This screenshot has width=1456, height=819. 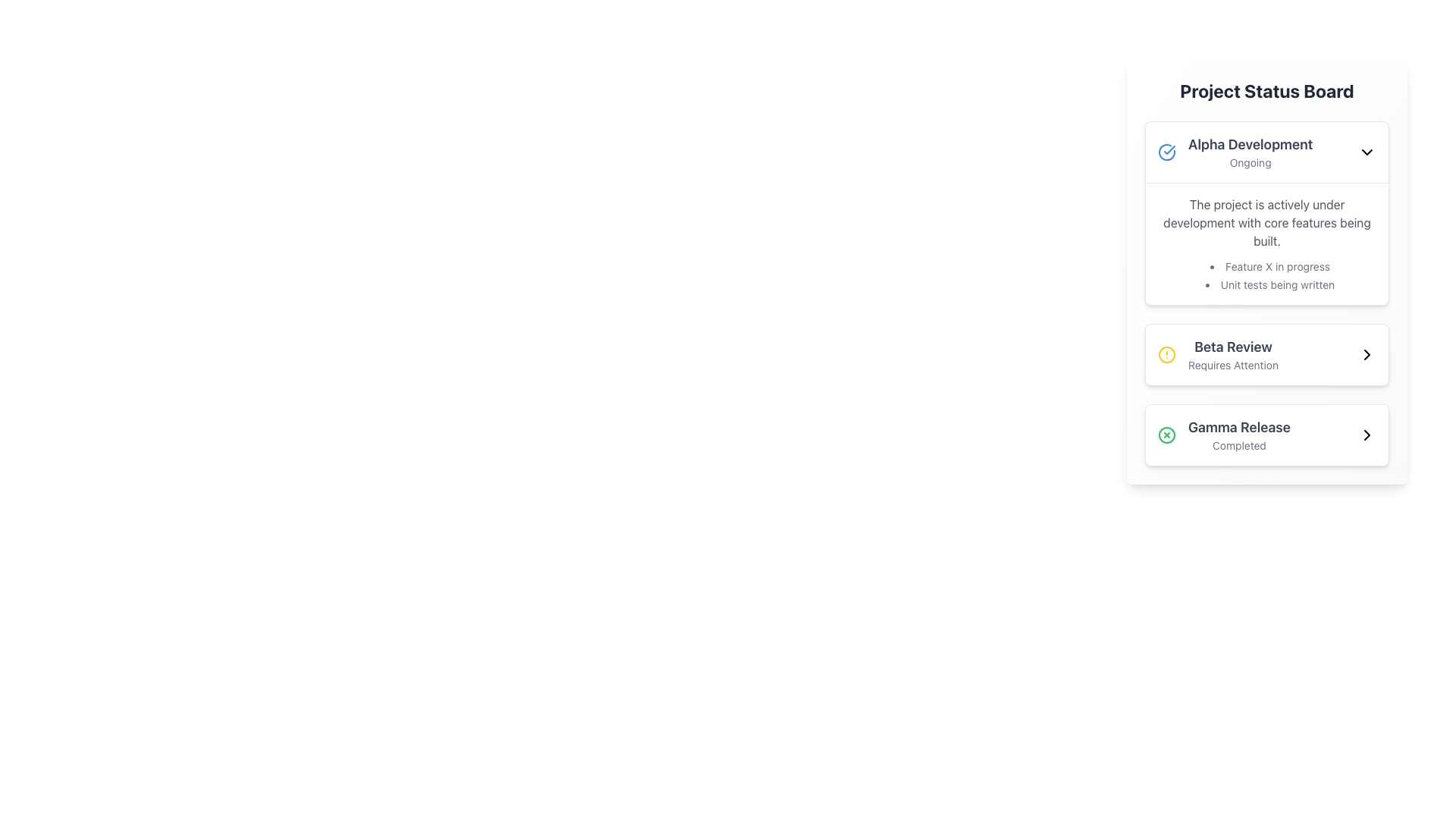 What do you see at coordinates (1266, 275) in the screenshot?
I see `the unordered list containing 'Feature X in progress' and 'Unit tests being written', located in the 'Alpha Development' section of the 'Project Status Board'` at bounding box center [1266, 275].